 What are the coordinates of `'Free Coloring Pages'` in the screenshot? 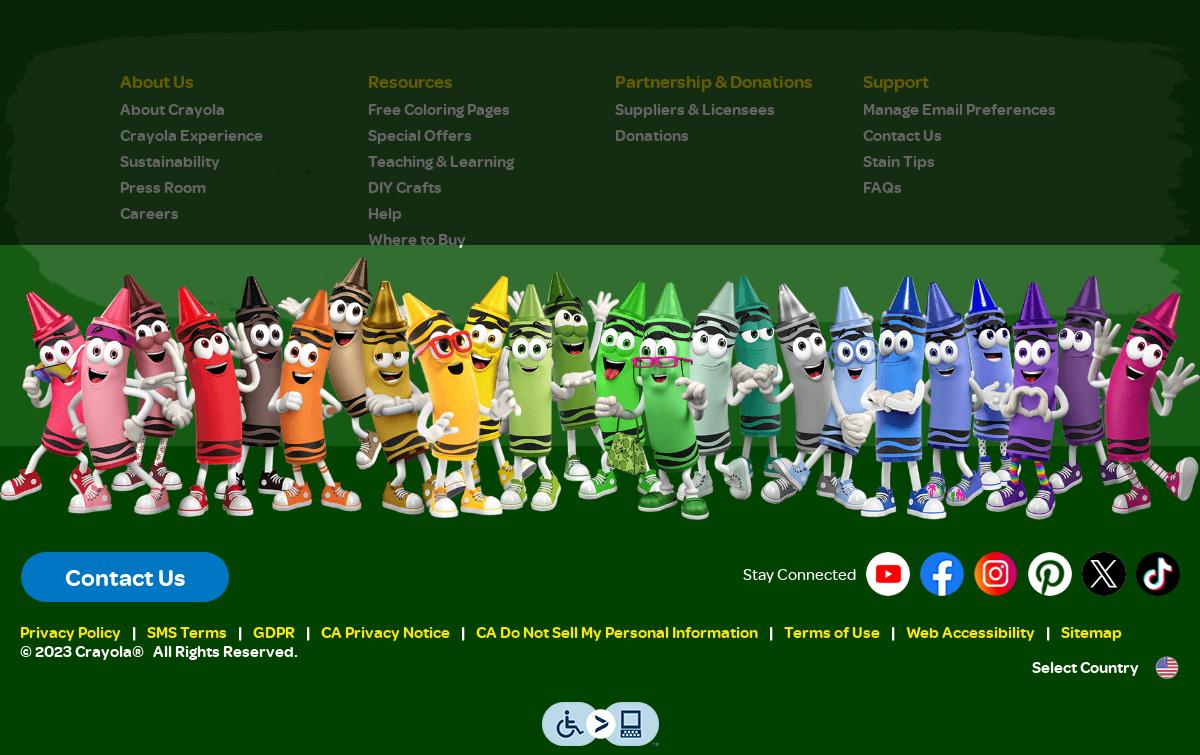 It's located at (438, 107).